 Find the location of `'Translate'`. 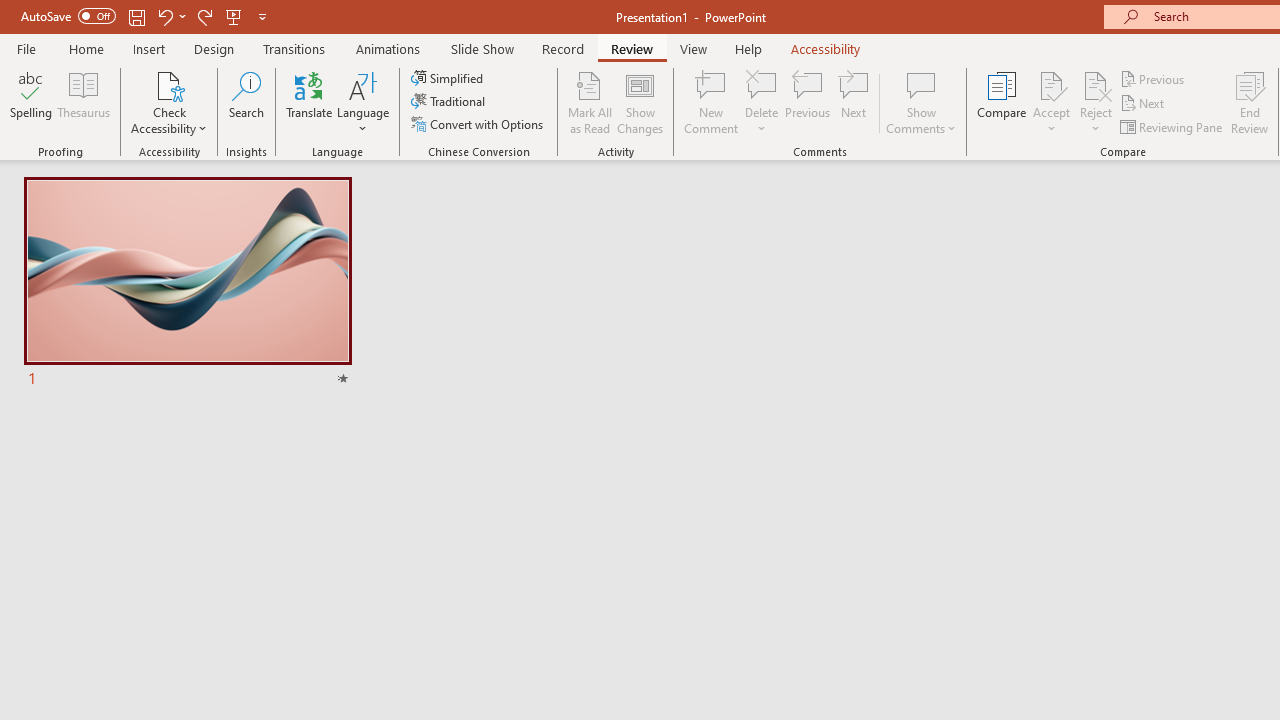

'Translate' is located at coordinates (308, 103).